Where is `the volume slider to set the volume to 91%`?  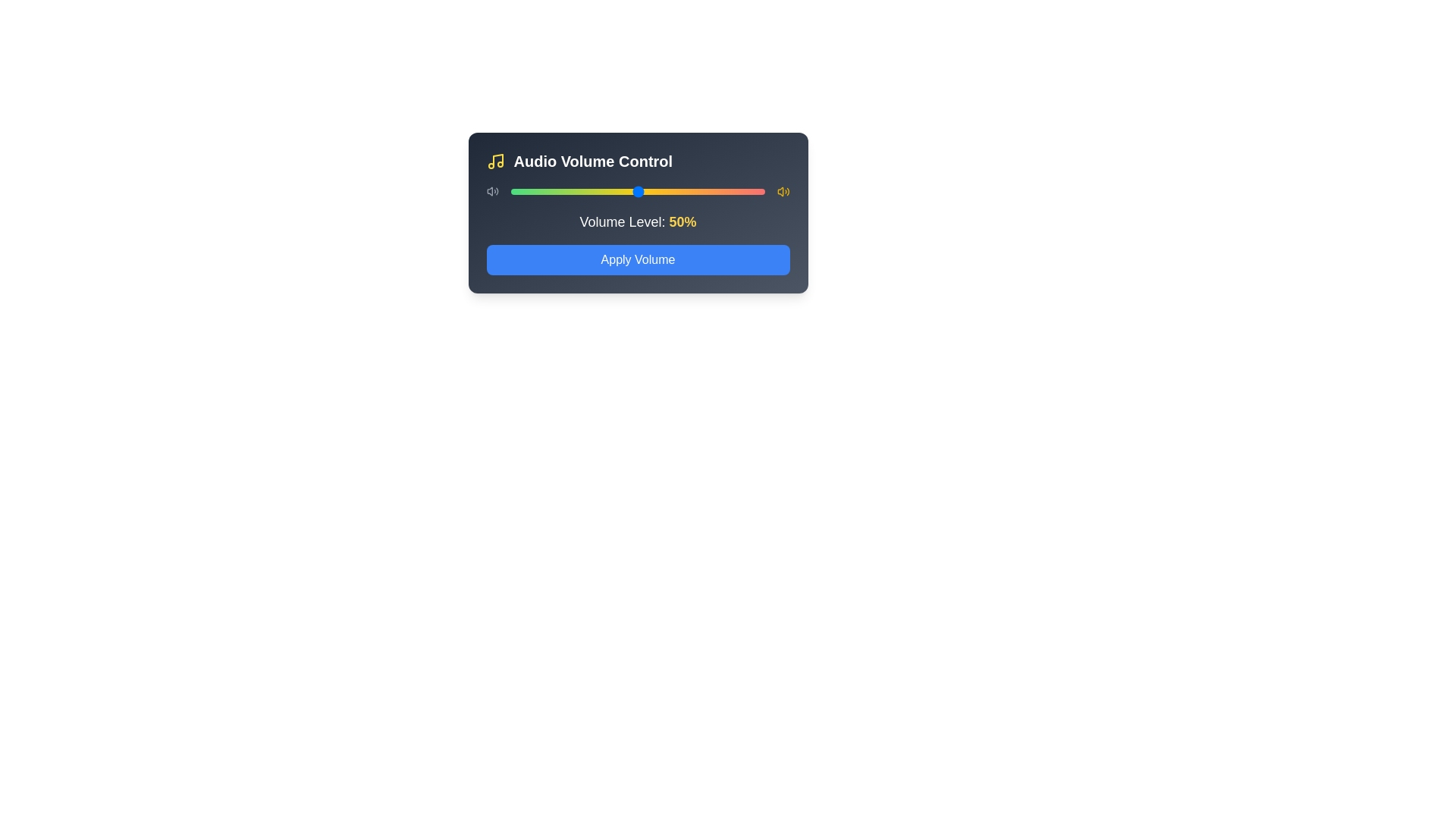
the volume slider to set the volume to 91% is located at coordinates (742, 191).